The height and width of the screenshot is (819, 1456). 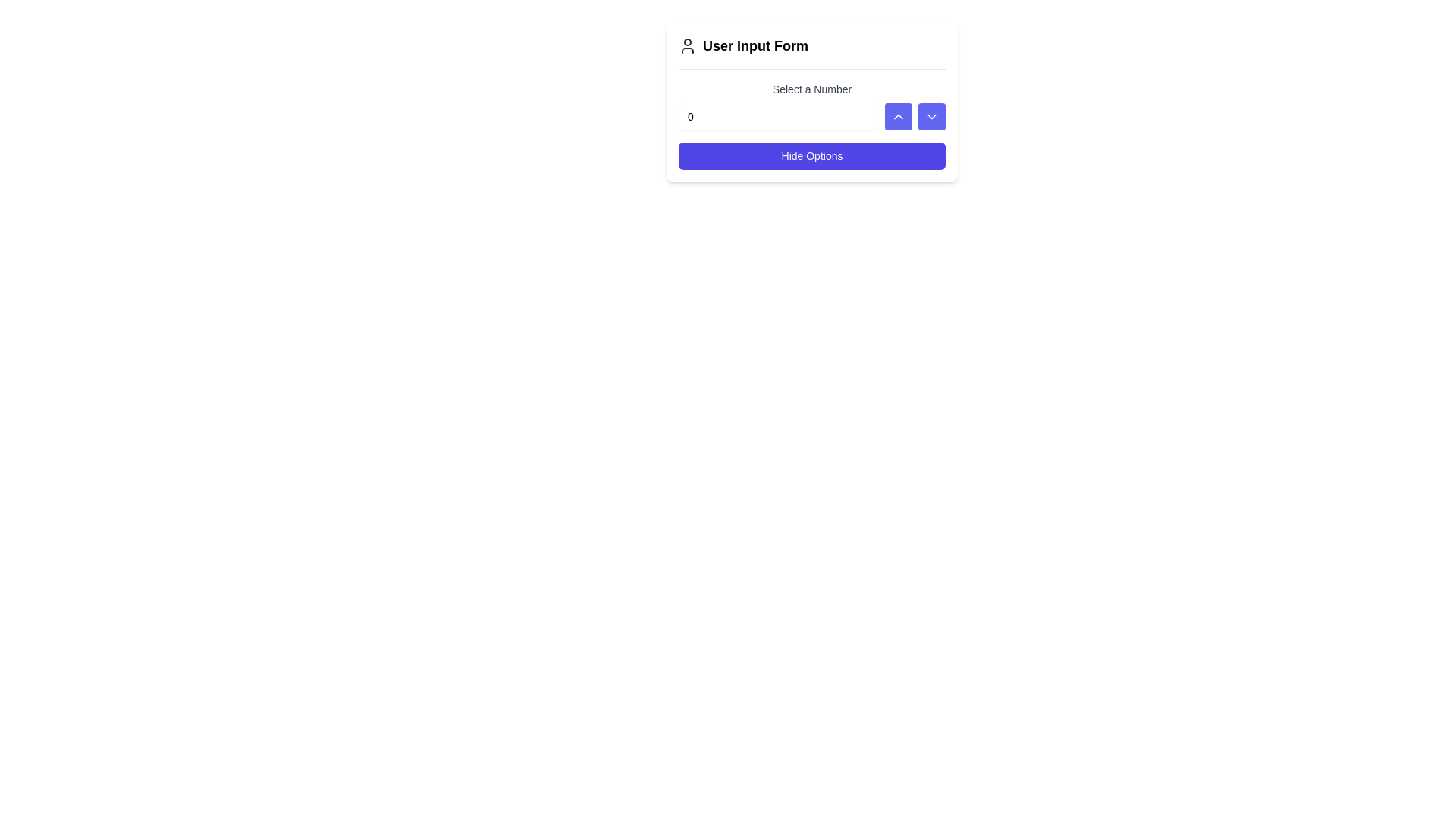 I want to click on the downward-facing chevron icon located within the blue-rounded square button, so click(x=930, y=116).